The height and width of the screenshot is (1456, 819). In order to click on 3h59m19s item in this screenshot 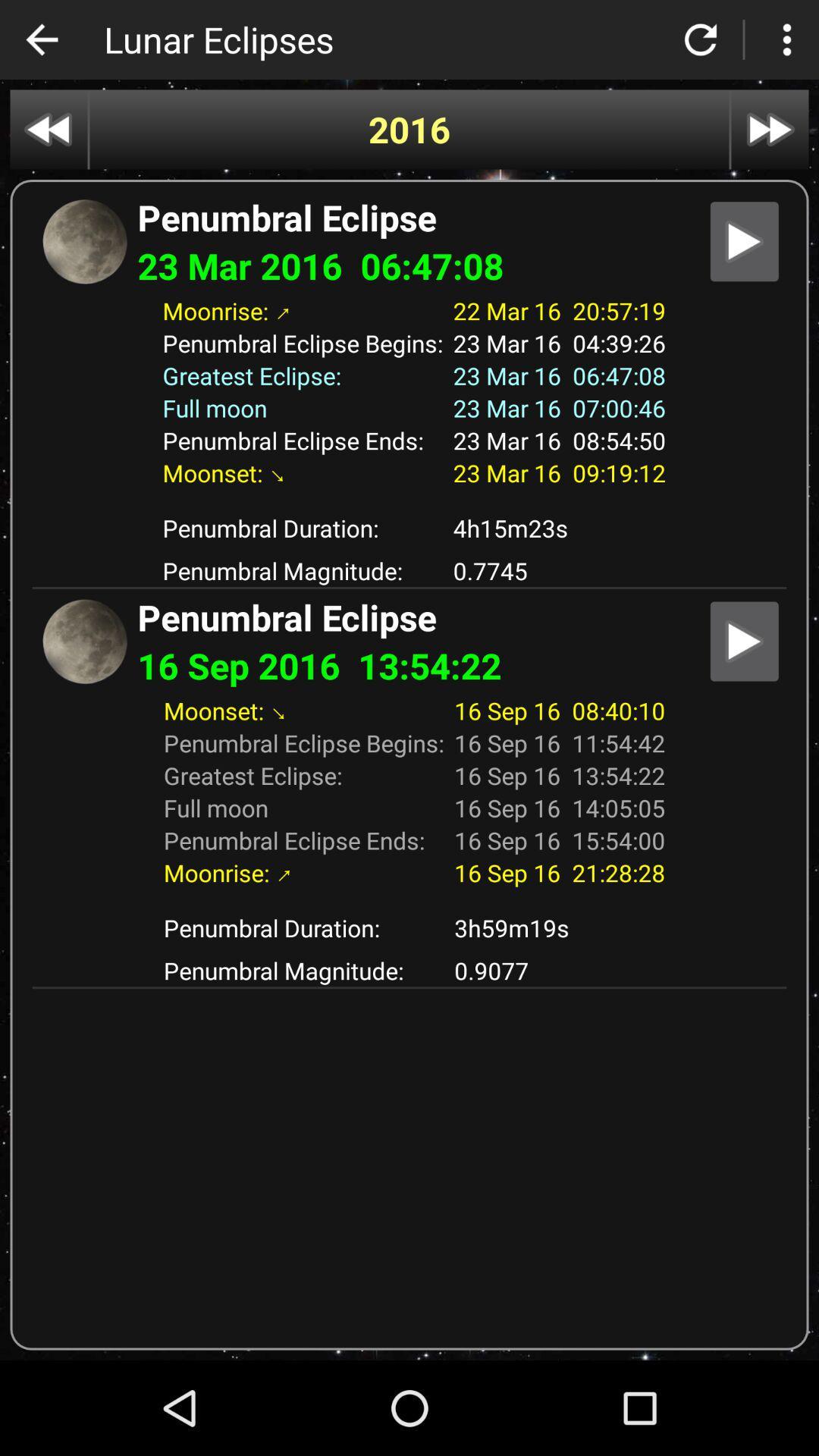, I will do `click(560, 927)`.